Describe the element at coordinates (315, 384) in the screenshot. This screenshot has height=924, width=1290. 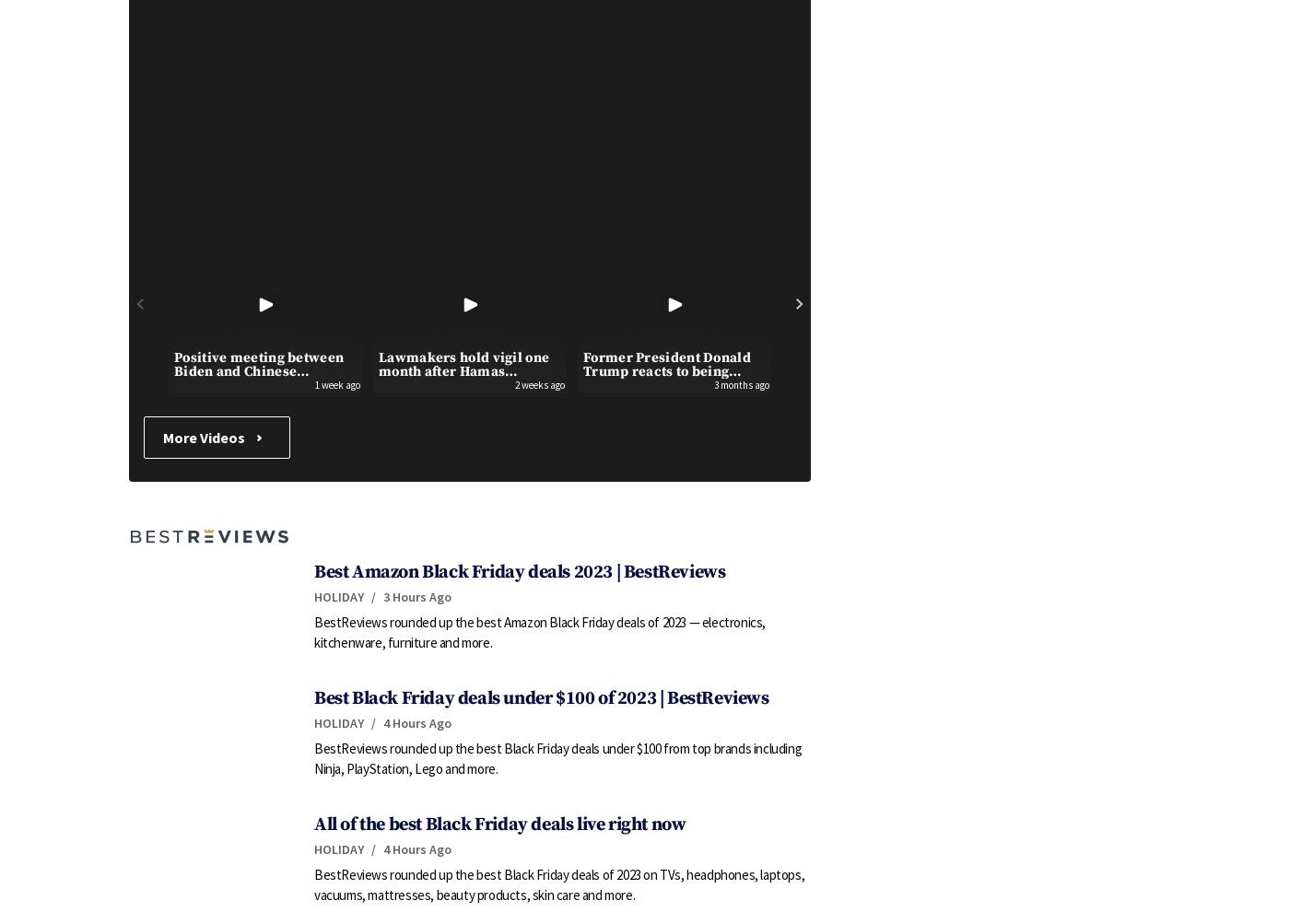
I see `'1 week ago'` at that location.